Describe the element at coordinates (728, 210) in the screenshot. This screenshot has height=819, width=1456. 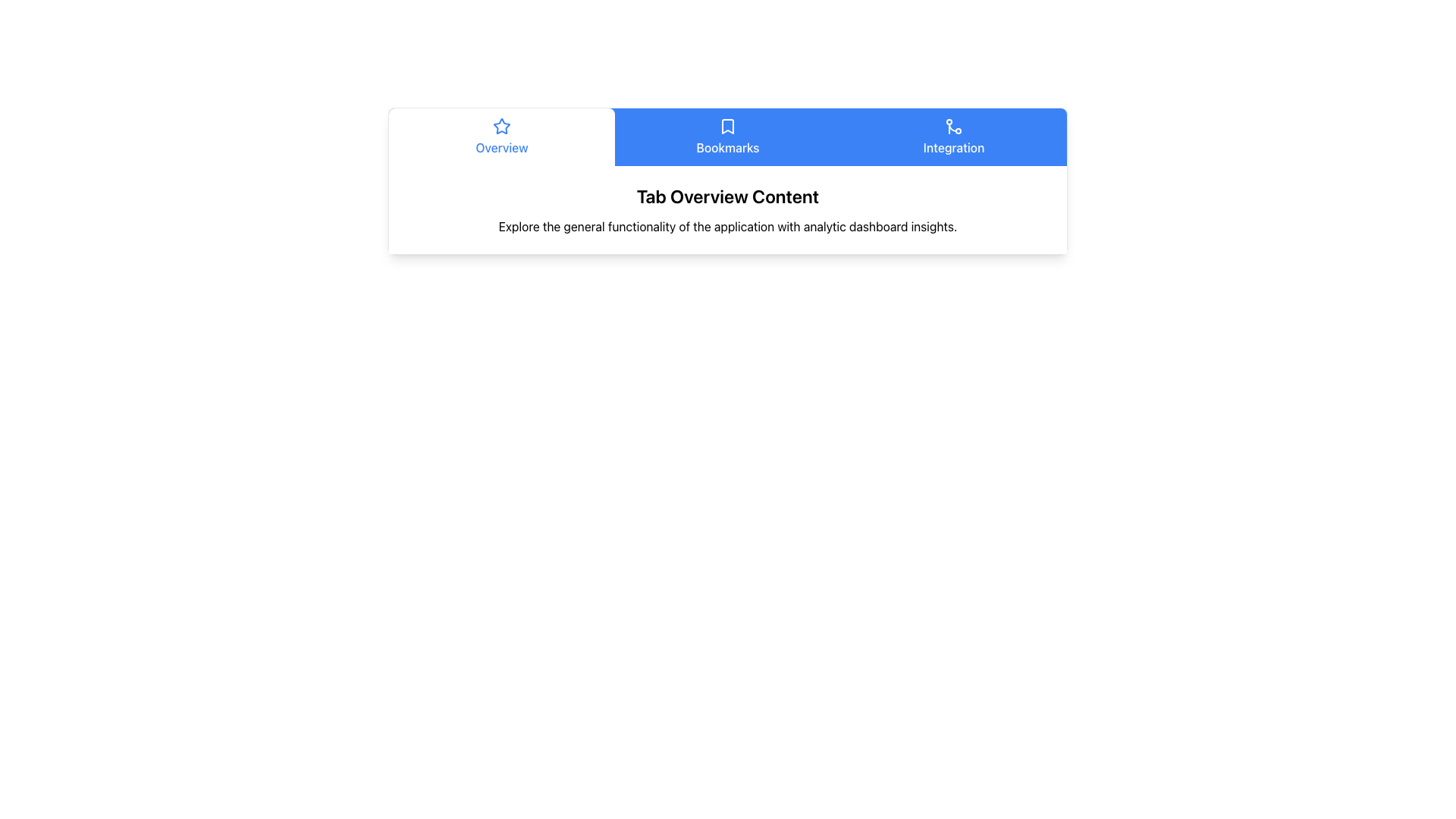
I see `the Informational Panel located centrally below the navigation tabs 'Overview', 'Bookmarks', and 'Integration'` at that location.